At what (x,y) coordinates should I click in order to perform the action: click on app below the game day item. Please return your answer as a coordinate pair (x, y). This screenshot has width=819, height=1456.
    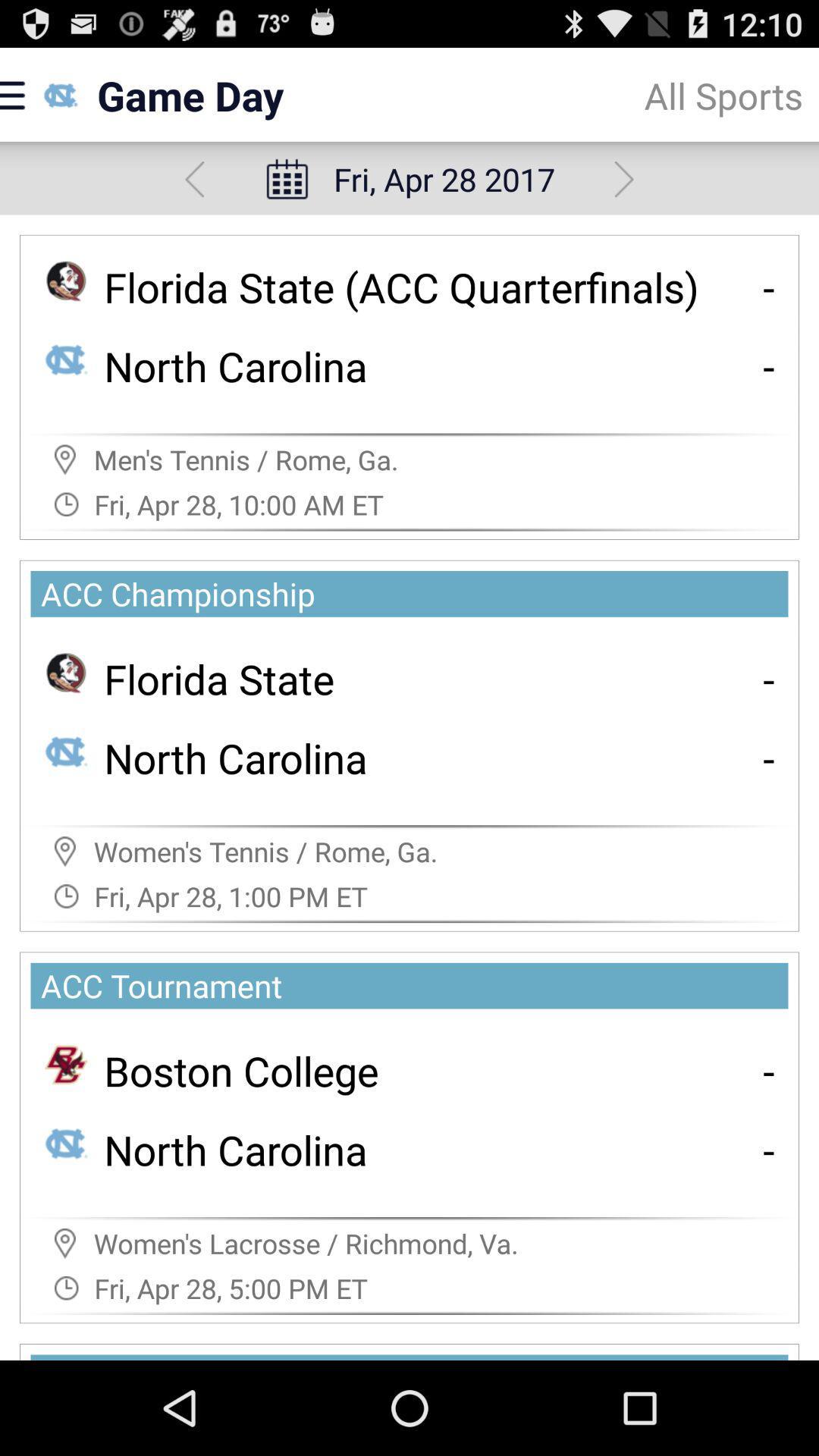
    Looking at the image, I should click on (193, 179).